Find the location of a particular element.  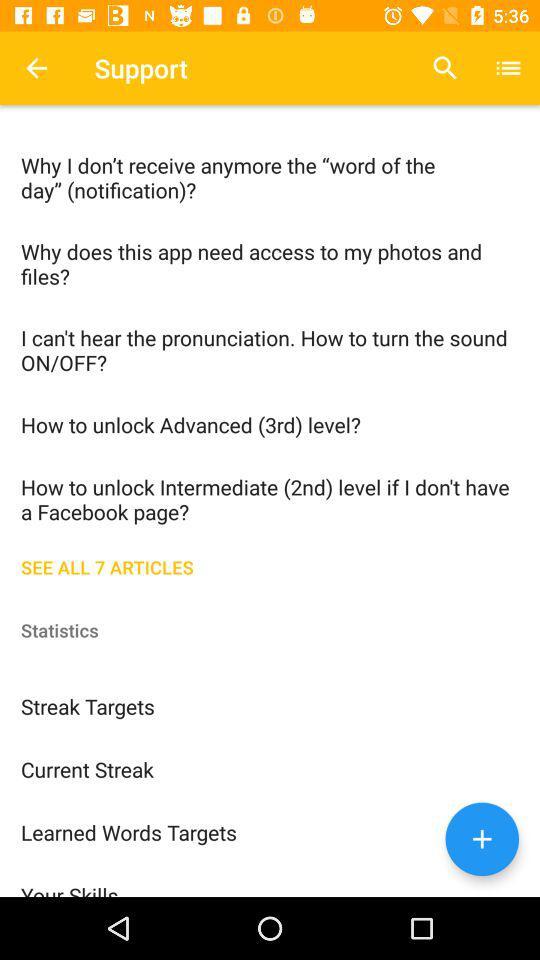

the add icon is located at coordinates (481, 839).